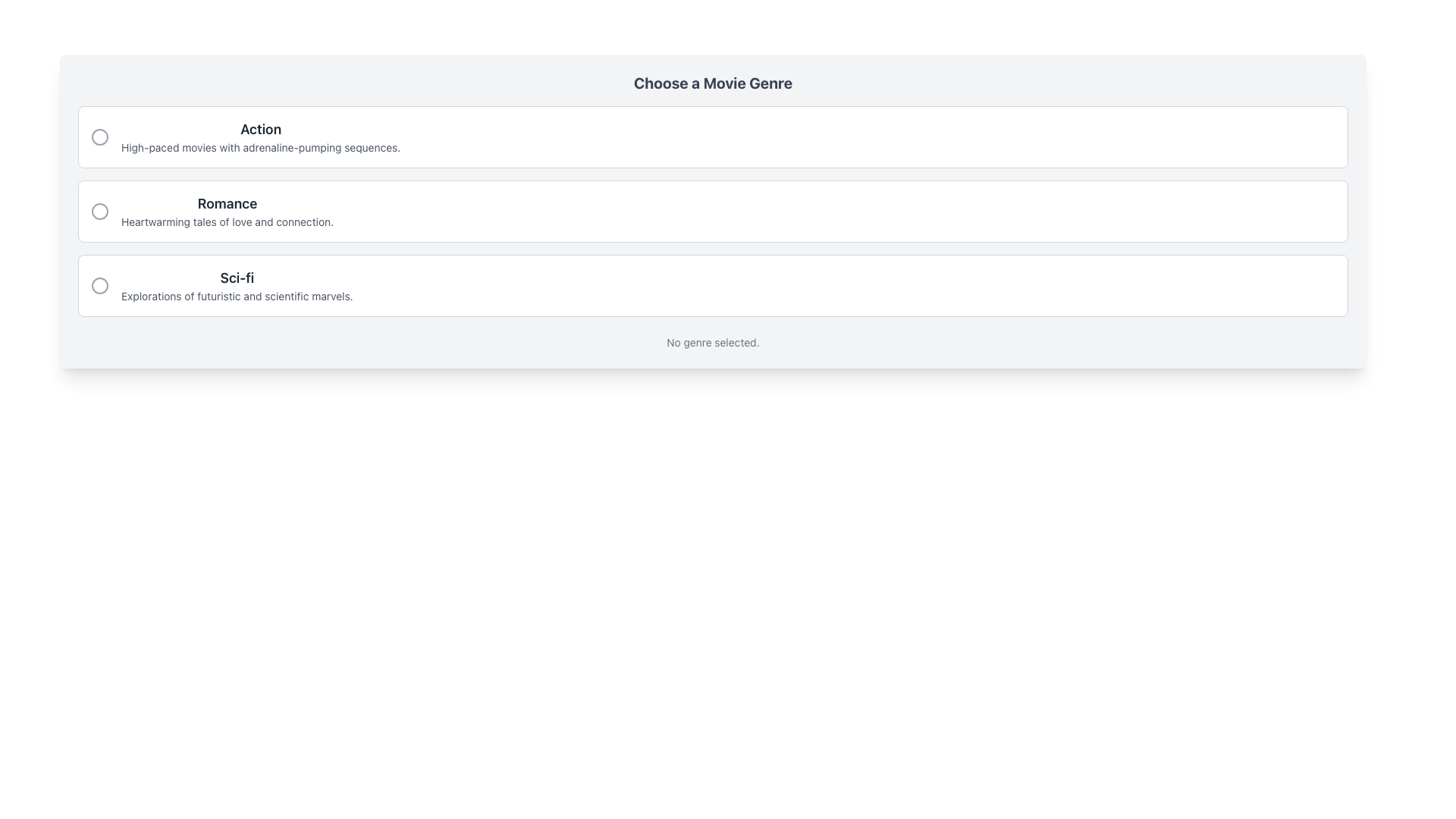 This screenshot has width=1456, height=819. Describe the element at coordinates (227, 203) in the screenshot. I see `the 'Romance' movie genre label, which serves as a title for the genre and is located above a descriptive text block in the second grouping of movie genres` at that location.